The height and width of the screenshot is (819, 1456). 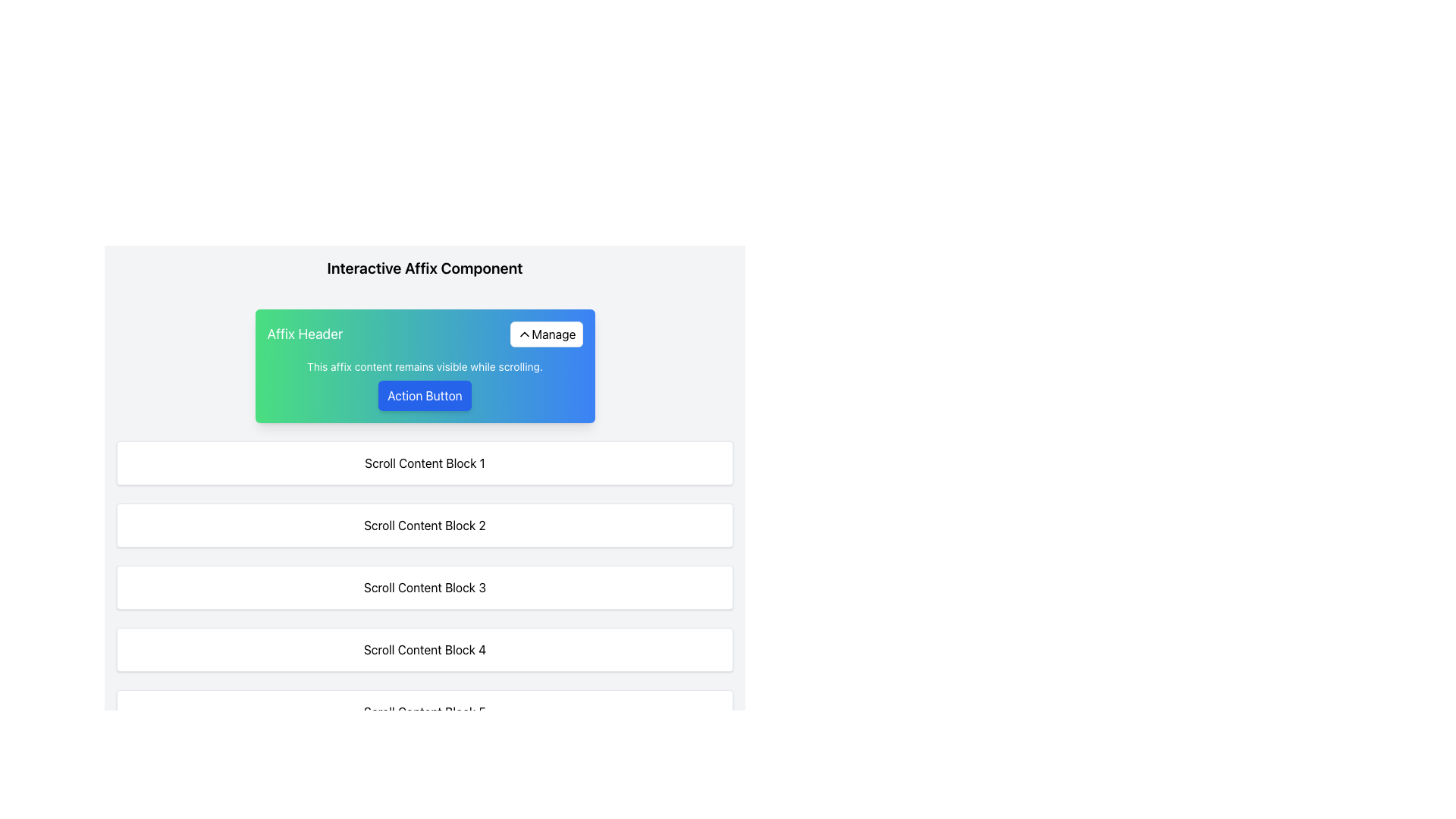 I want to click on text from the Content Block labeled 'Scroll Content Block 4', which is a rectangular block with a white background and rounded corners located at the fourth position in the vertical list of blocks, so click(x=425, y=648).